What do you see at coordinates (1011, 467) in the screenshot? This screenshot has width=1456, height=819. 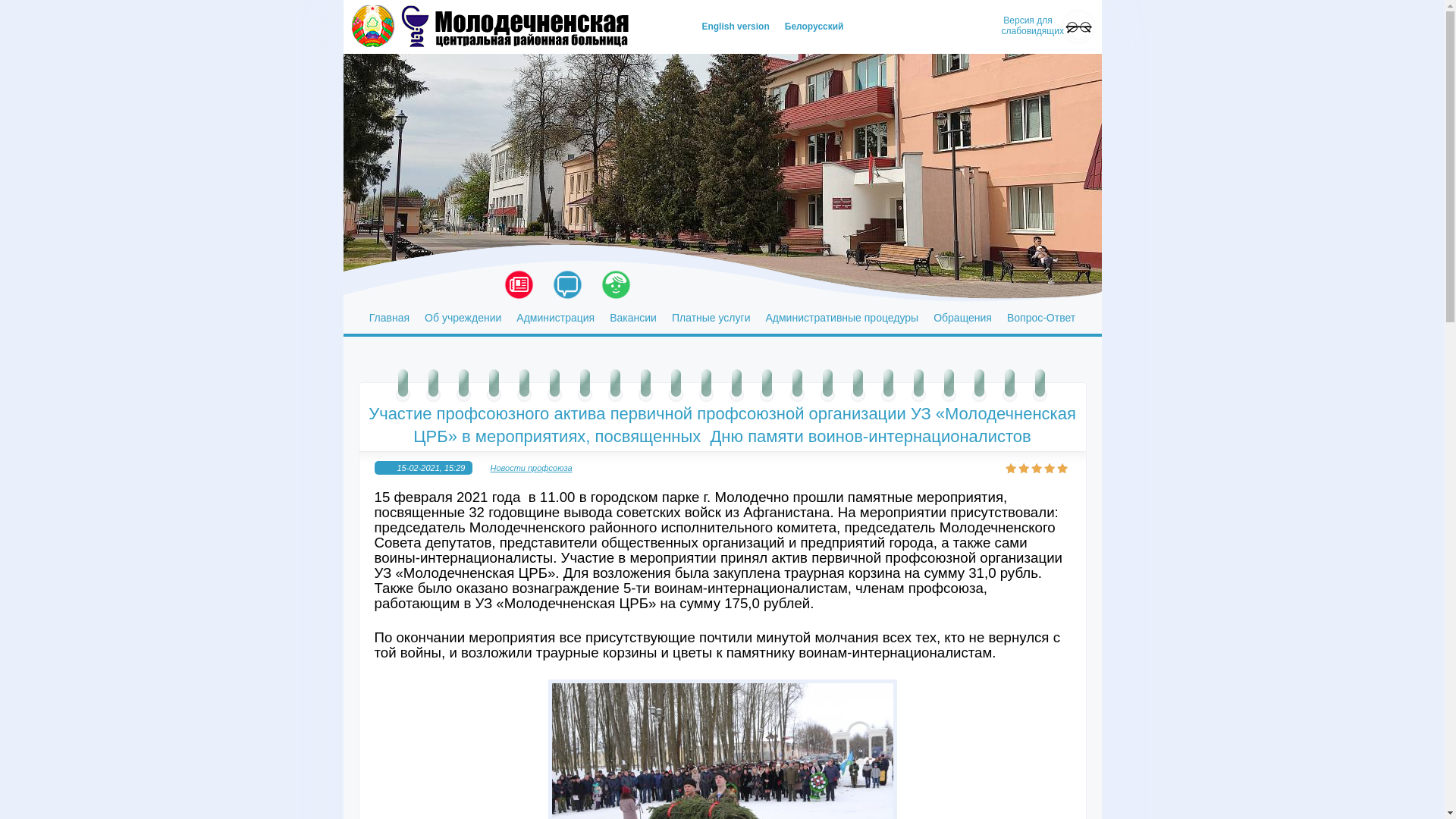 I see `'1'` at bounding box center [1011, 467].